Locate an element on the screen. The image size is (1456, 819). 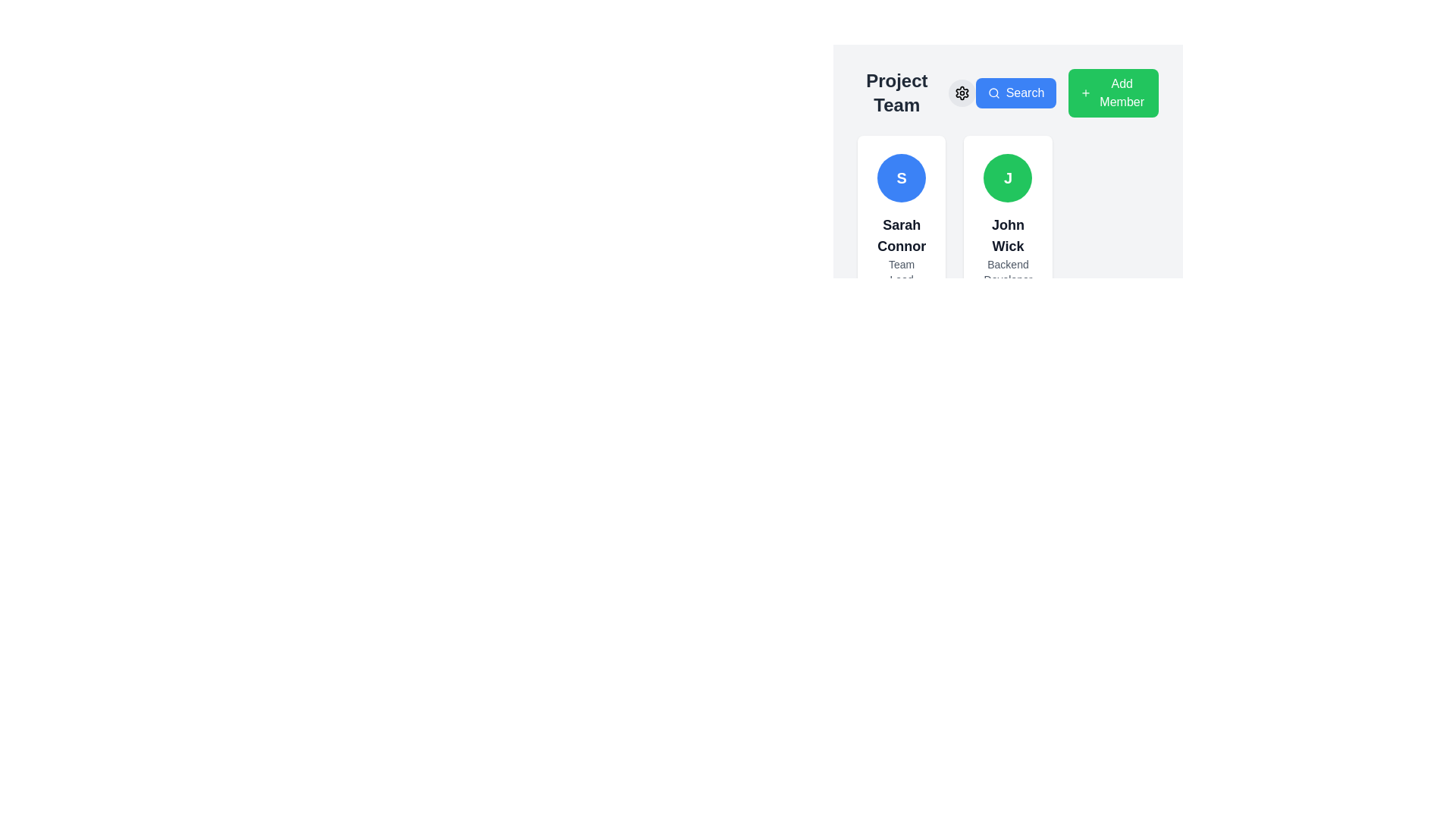
the 'Add Member' text label within the green button located at the top-right area of the interface is located at coordinates (1122, 93).